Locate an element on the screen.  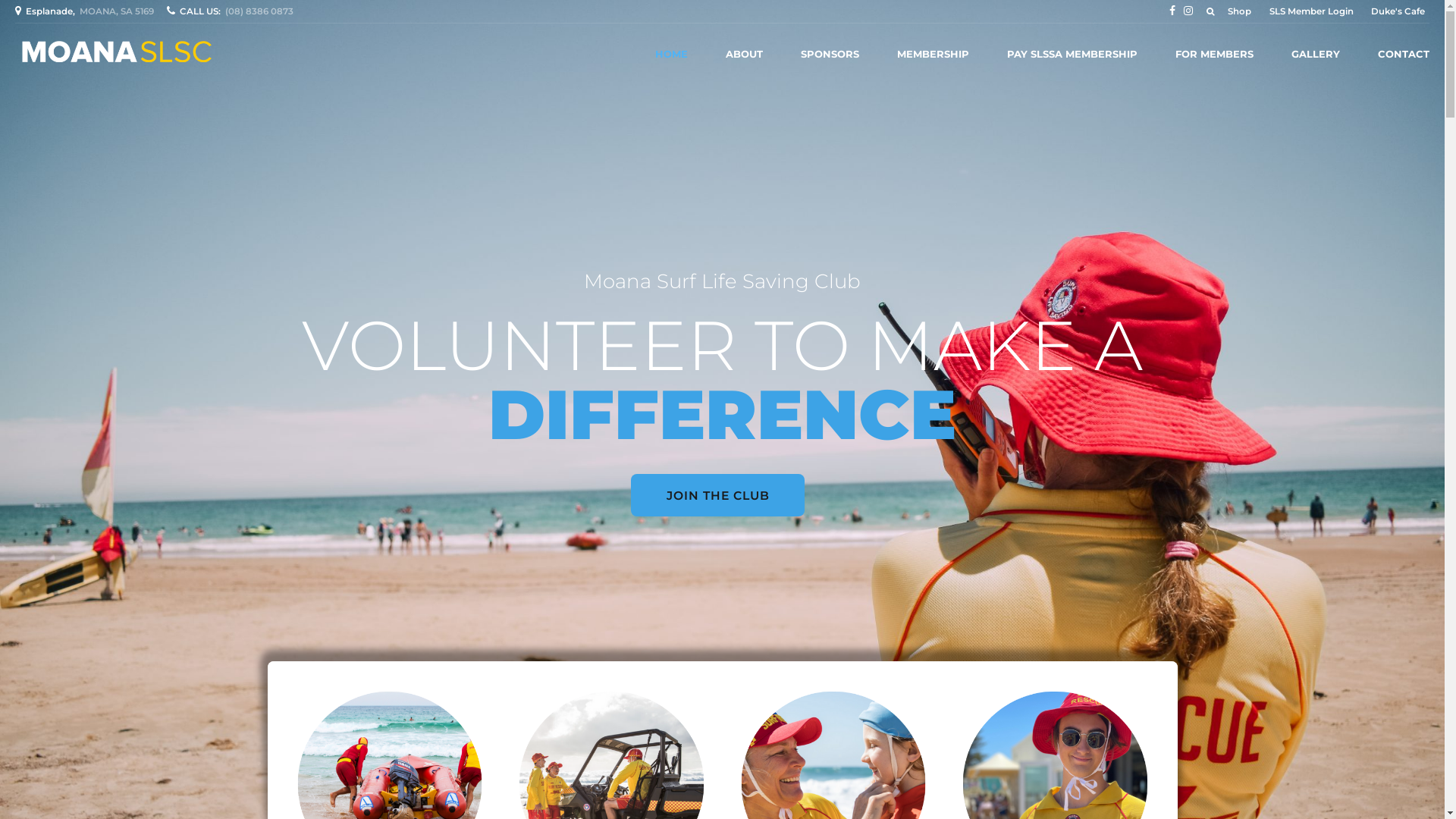
'GALLERY' is located at coordinates (1314, 52).